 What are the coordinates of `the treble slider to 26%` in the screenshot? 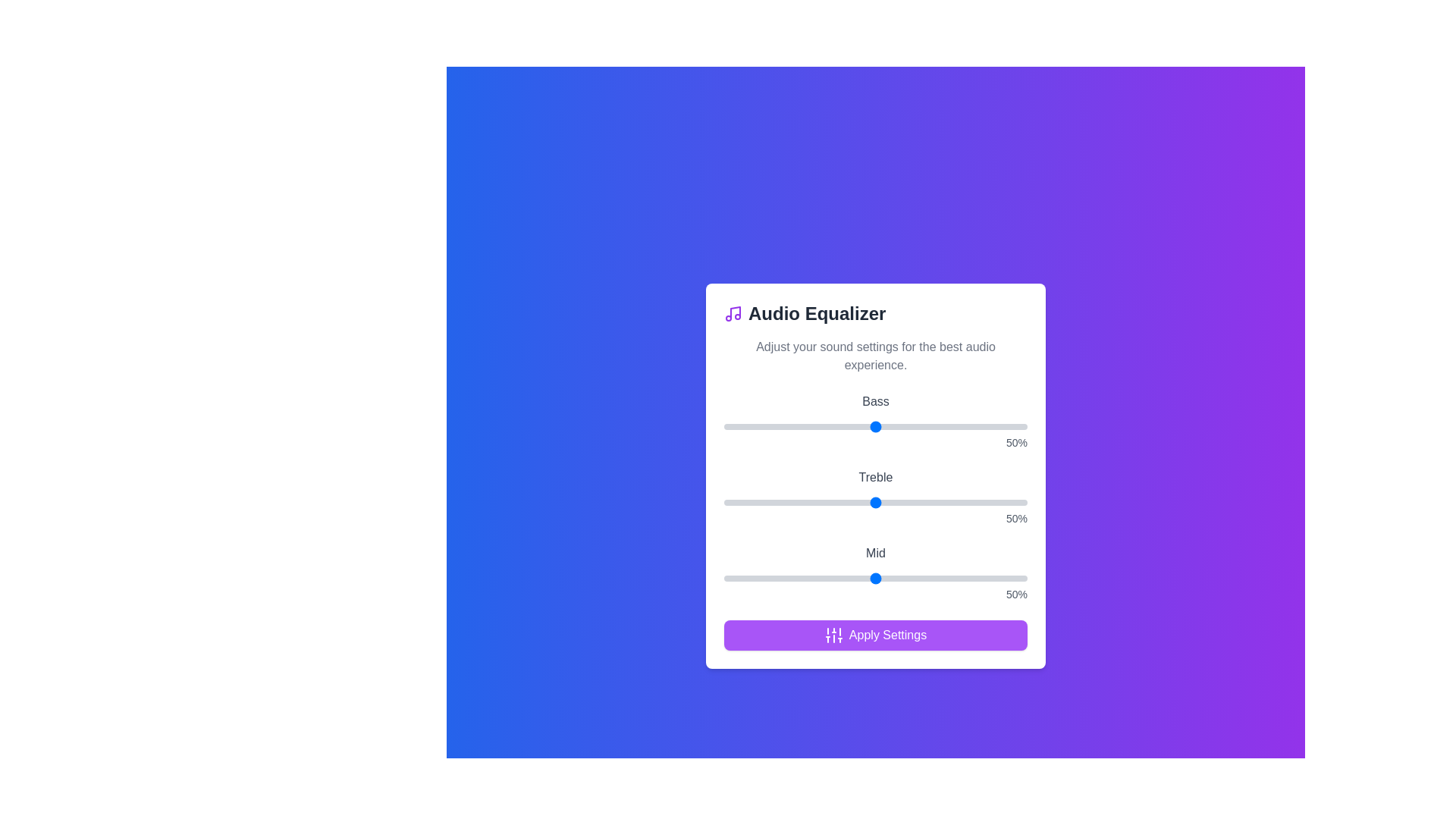 It's located at (802, 503).